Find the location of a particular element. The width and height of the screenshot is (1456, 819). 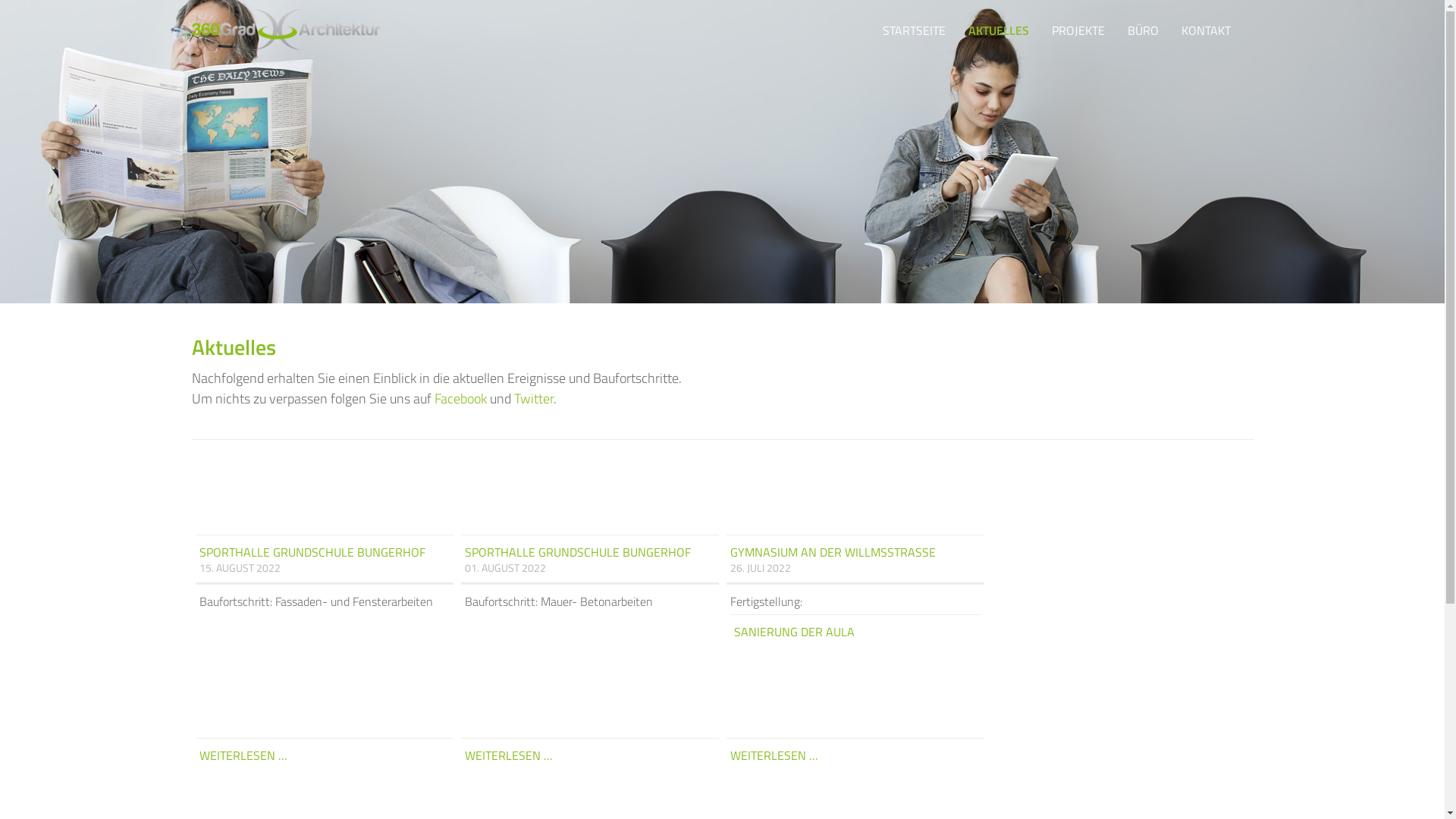

'Twitter' is located at coordinates (534, 397).